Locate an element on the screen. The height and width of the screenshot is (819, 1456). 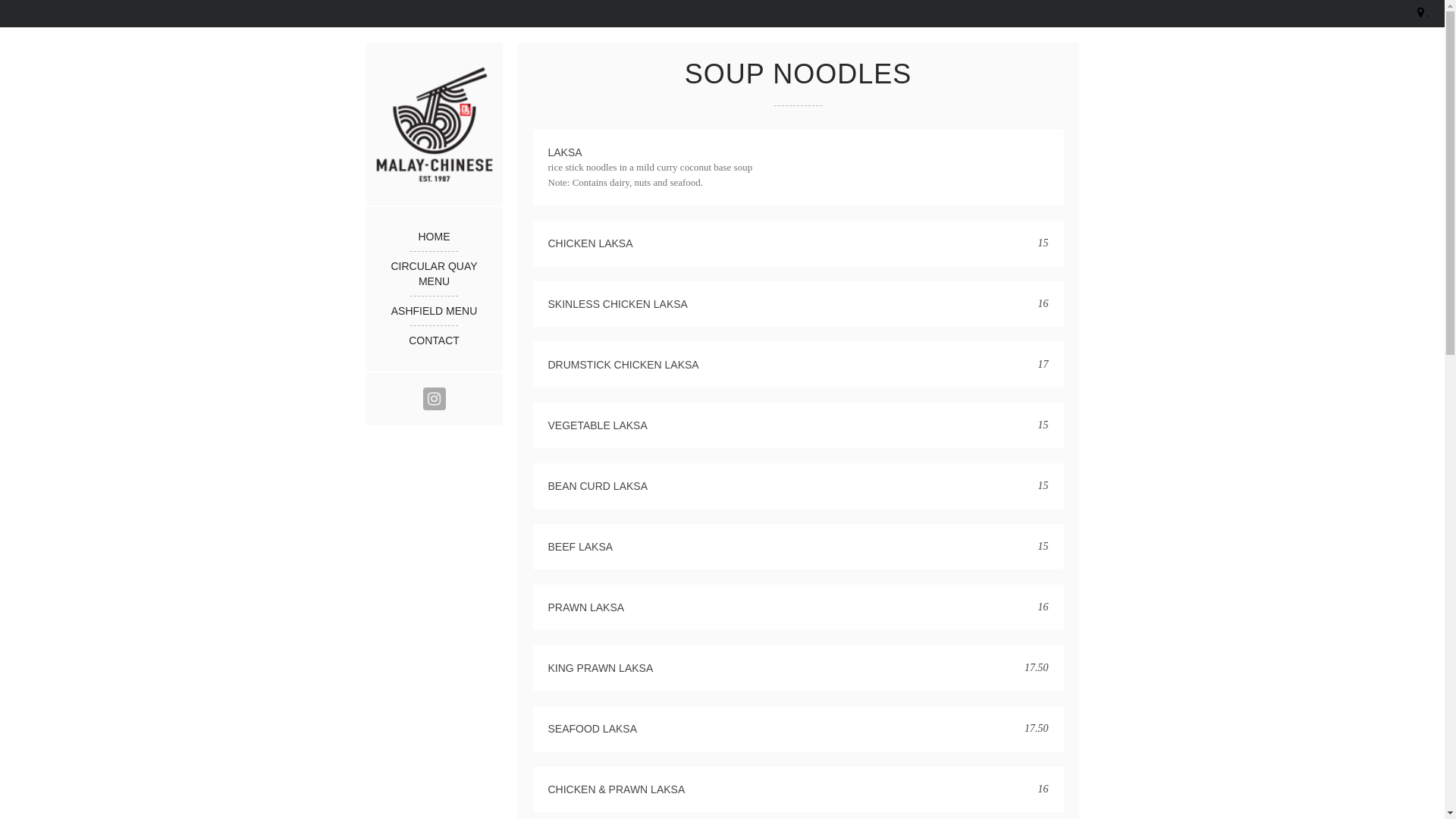
'CIRCULAR QUAY MENU' is located at coordinates (381, 274).